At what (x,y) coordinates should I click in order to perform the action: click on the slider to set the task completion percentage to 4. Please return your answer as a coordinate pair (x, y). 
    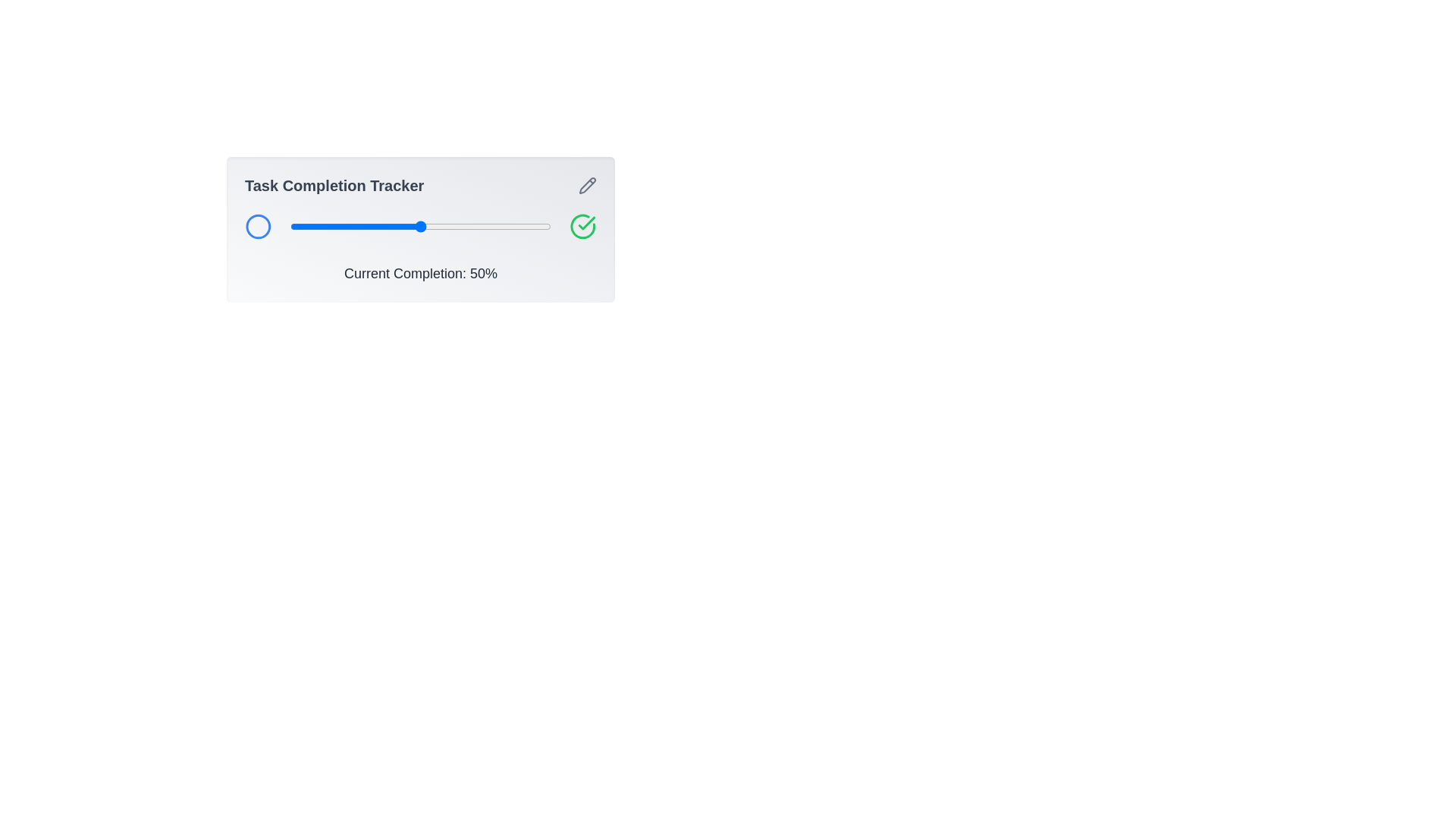
    Looking at the image, I should click on (300, 227).